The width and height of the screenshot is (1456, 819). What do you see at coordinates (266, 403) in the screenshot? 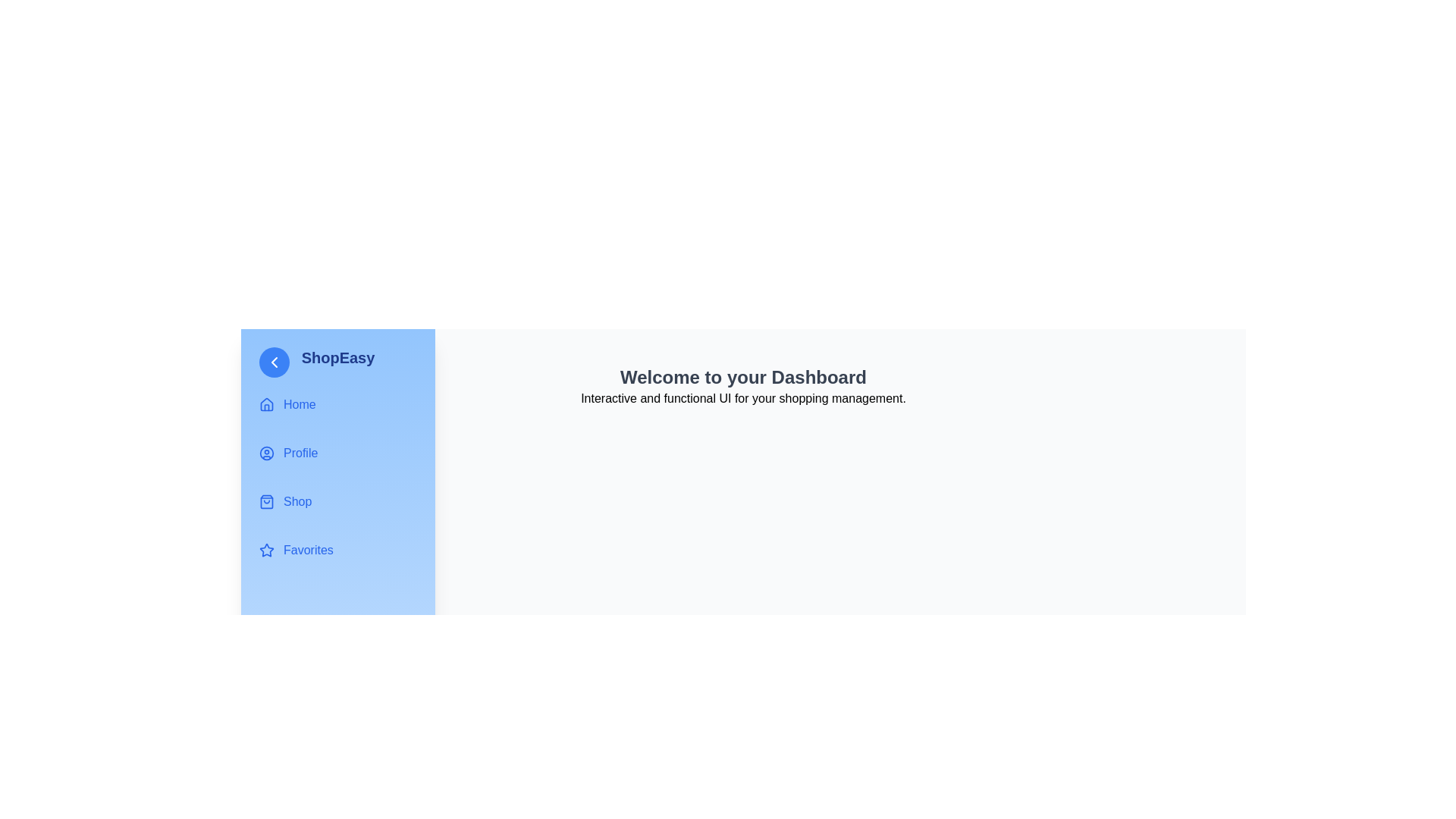
I see `the 'Home' menu icon located in the left sidebar of the application, which is positioned below the 'ShopEasy' header` at bounding box center [266, 403].